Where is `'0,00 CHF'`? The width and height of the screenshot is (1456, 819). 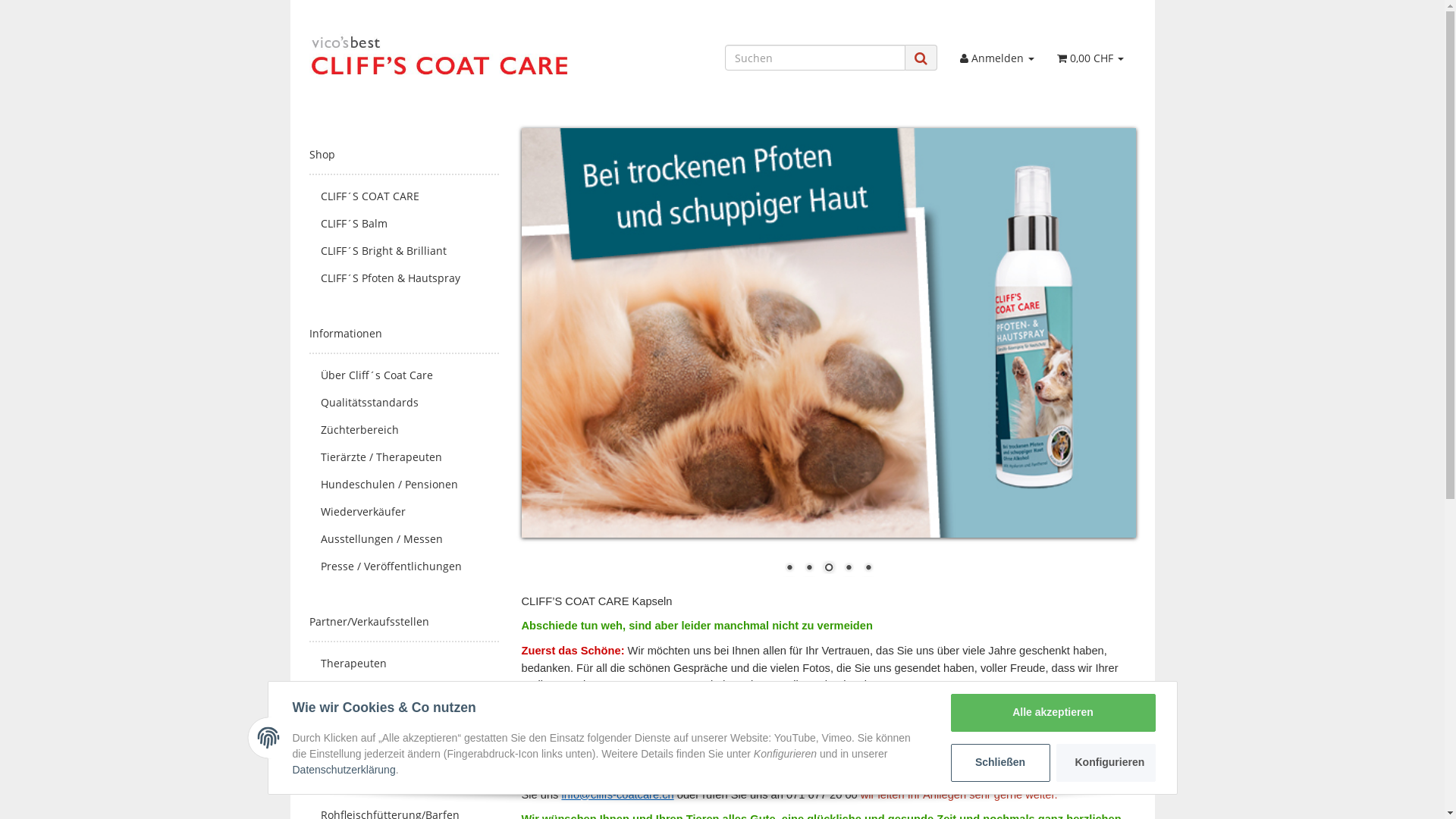 '0,00 CHF' is located at coordinates (1090, 58).